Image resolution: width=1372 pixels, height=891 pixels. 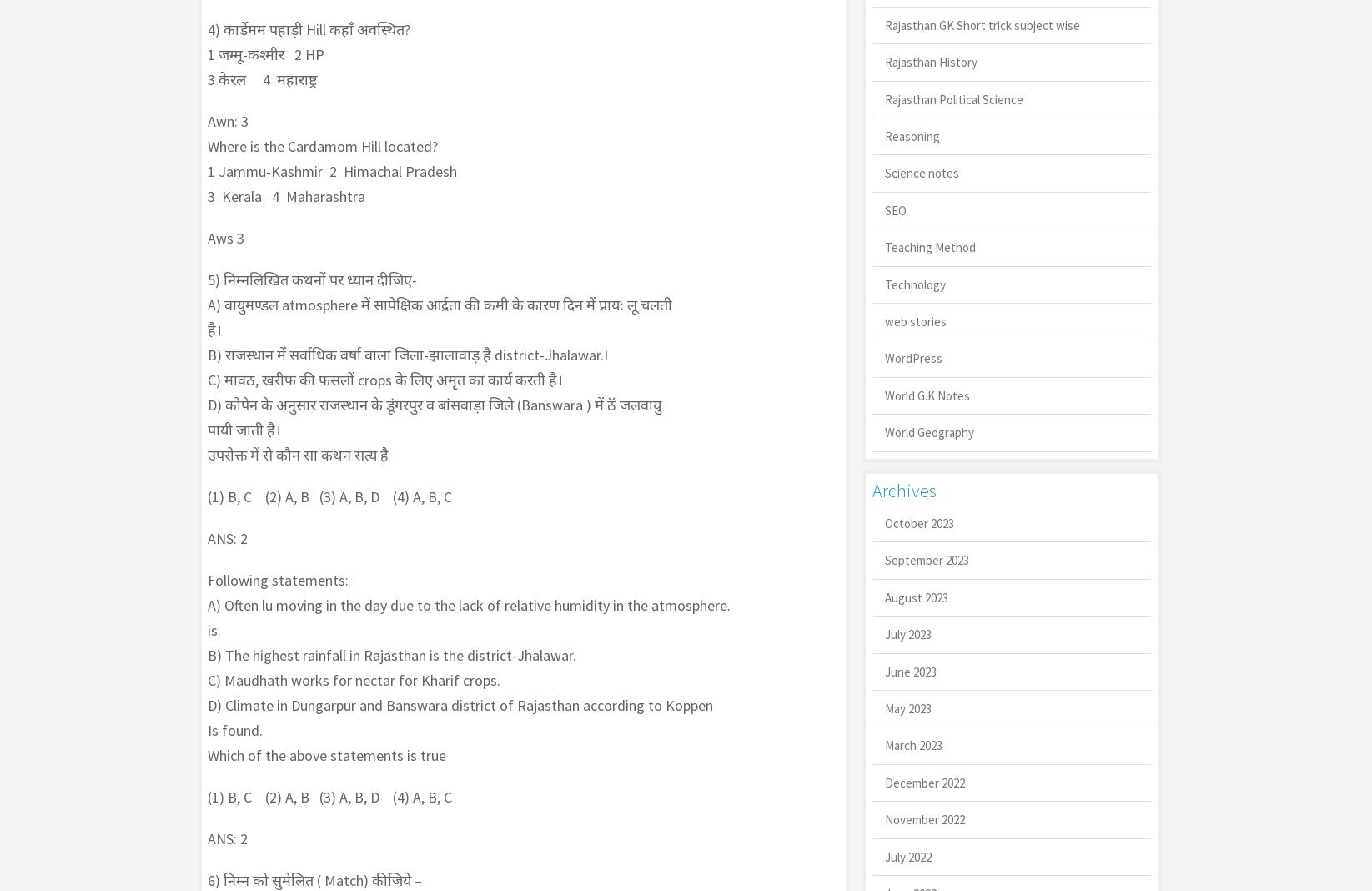 I want to click on 'Aws 3', so click(x=207, y=237).